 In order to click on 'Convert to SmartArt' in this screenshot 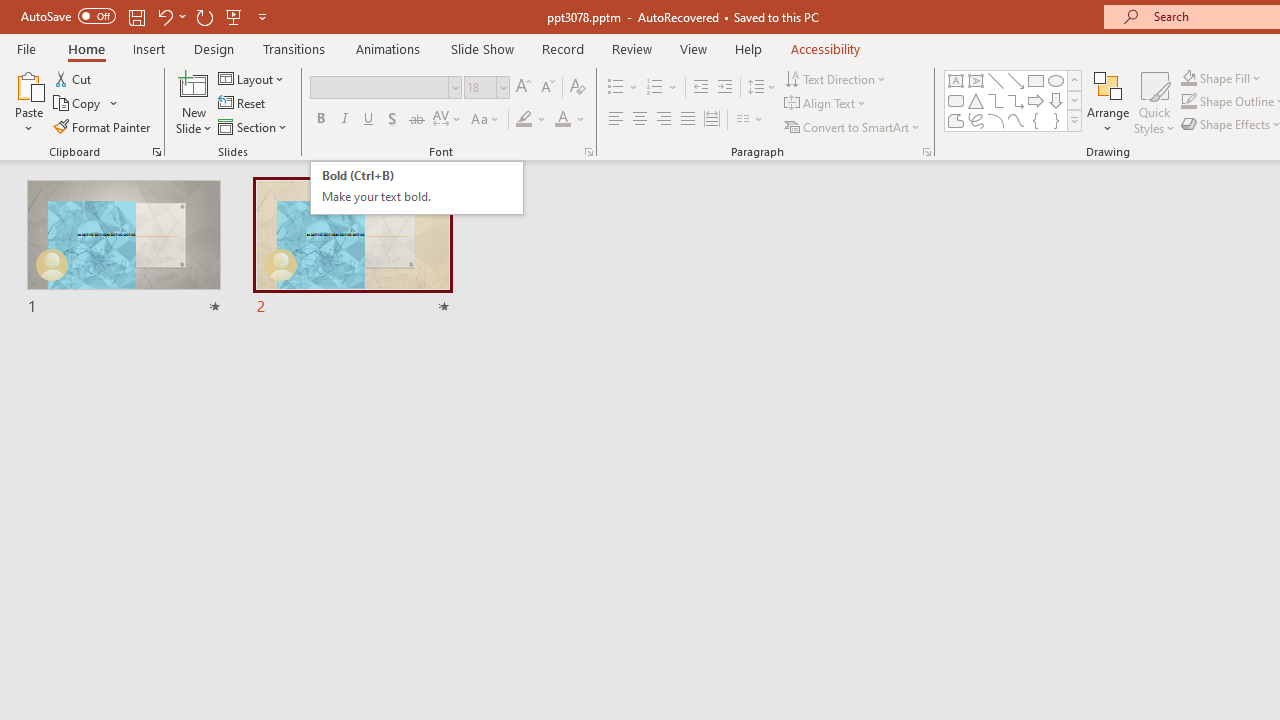, I will do `click(853, 127)`.